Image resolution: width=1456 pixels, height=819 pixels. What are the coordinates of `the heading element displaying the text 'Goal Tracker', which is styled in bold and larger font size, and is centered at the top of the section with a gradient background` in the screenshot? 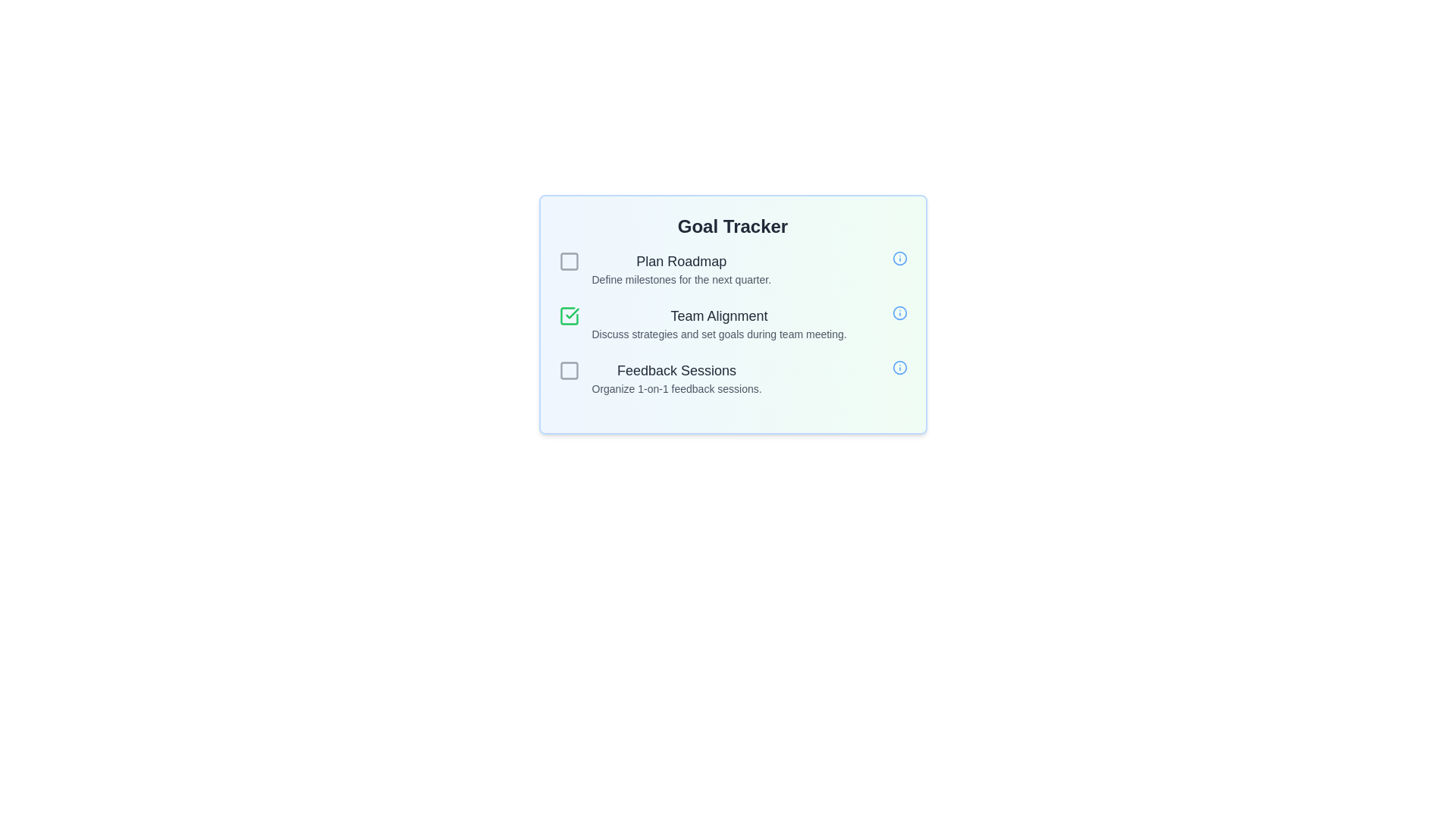 It's located at (733, 227).